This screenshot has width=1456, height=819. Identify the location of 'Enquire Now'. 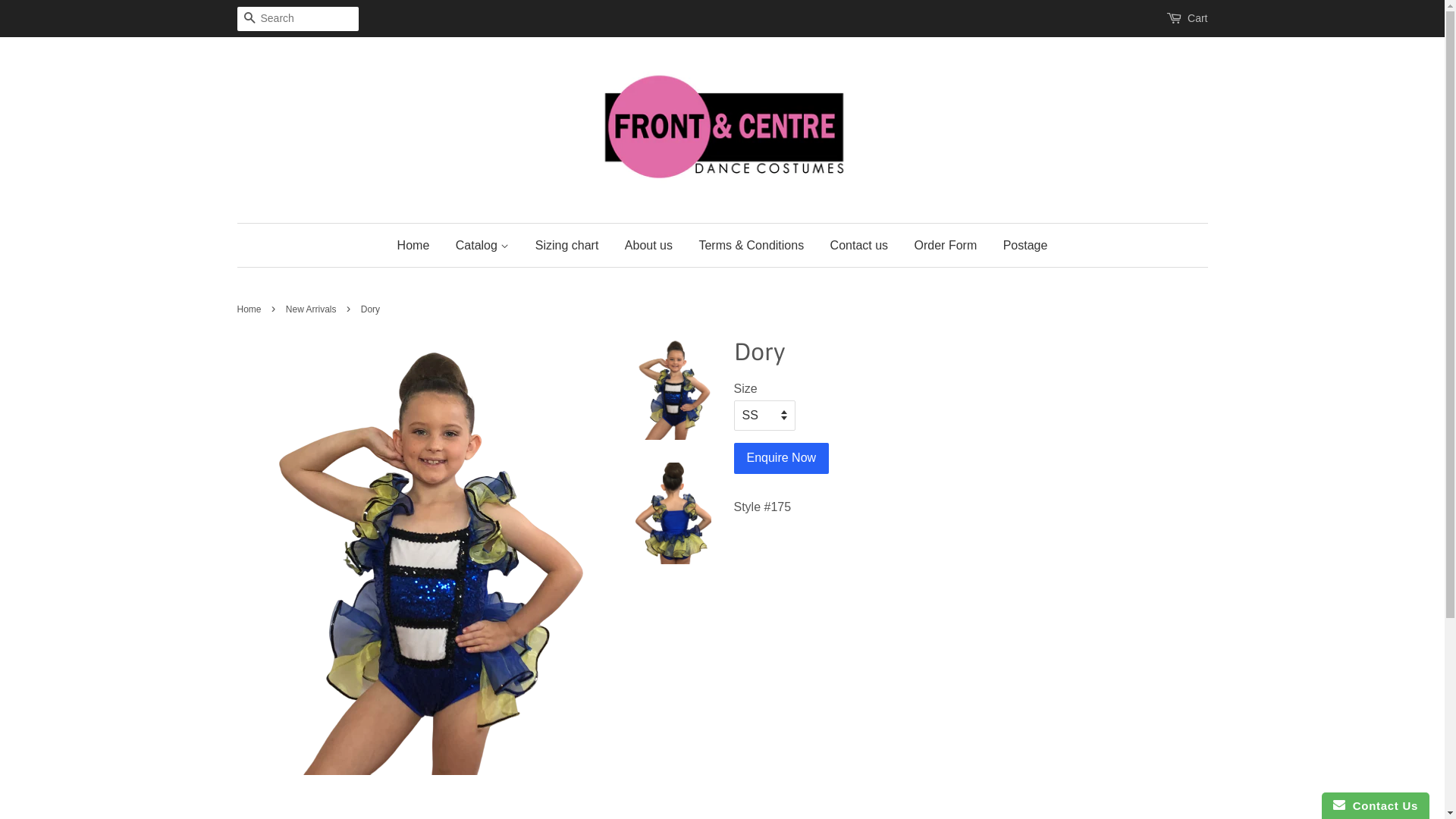
(782, 457).